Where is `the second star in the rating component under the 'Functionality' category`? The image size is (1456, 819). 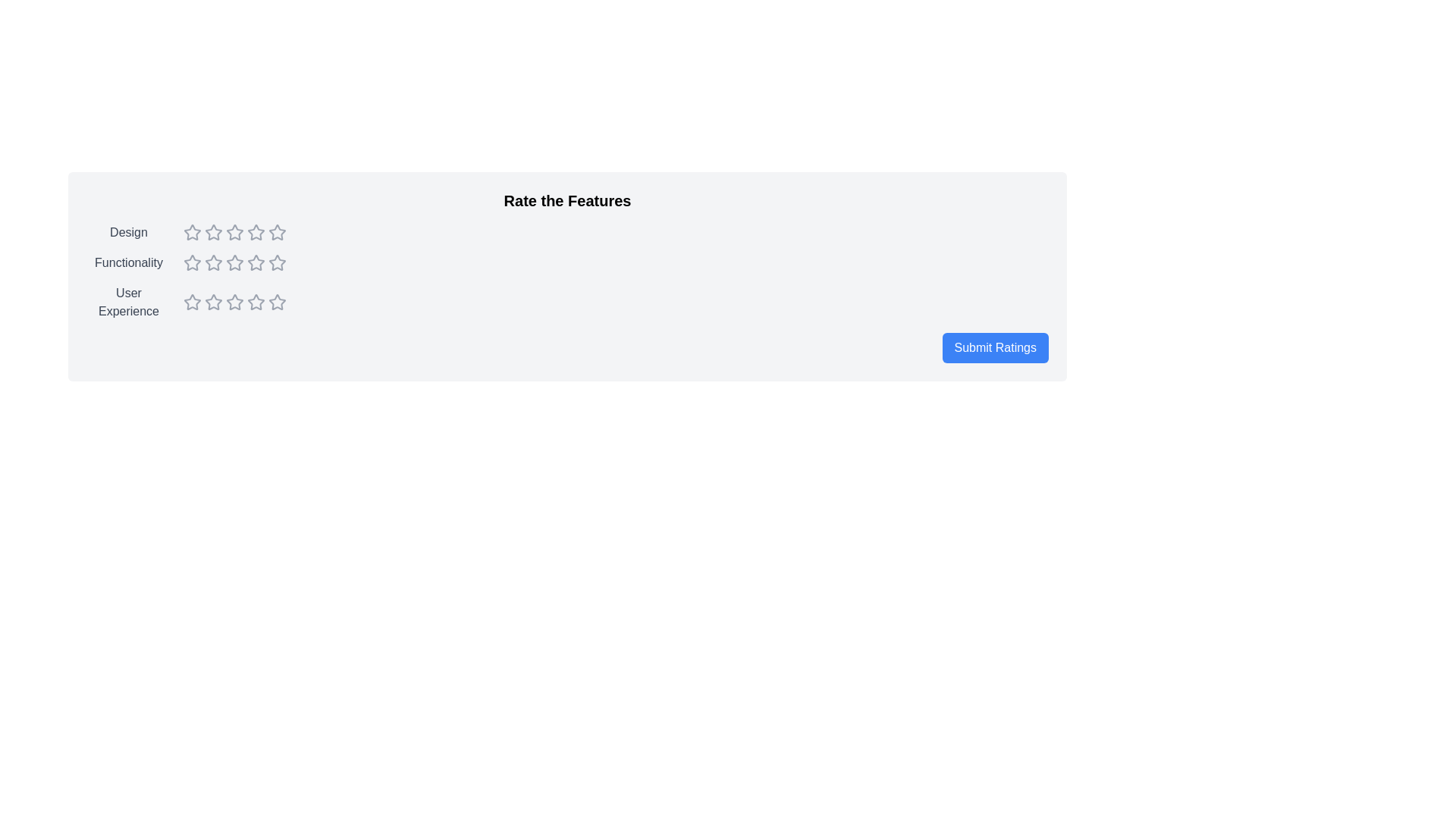
the second star in the rating component under the 'Functionality' category is located at coordinates (192, 262).